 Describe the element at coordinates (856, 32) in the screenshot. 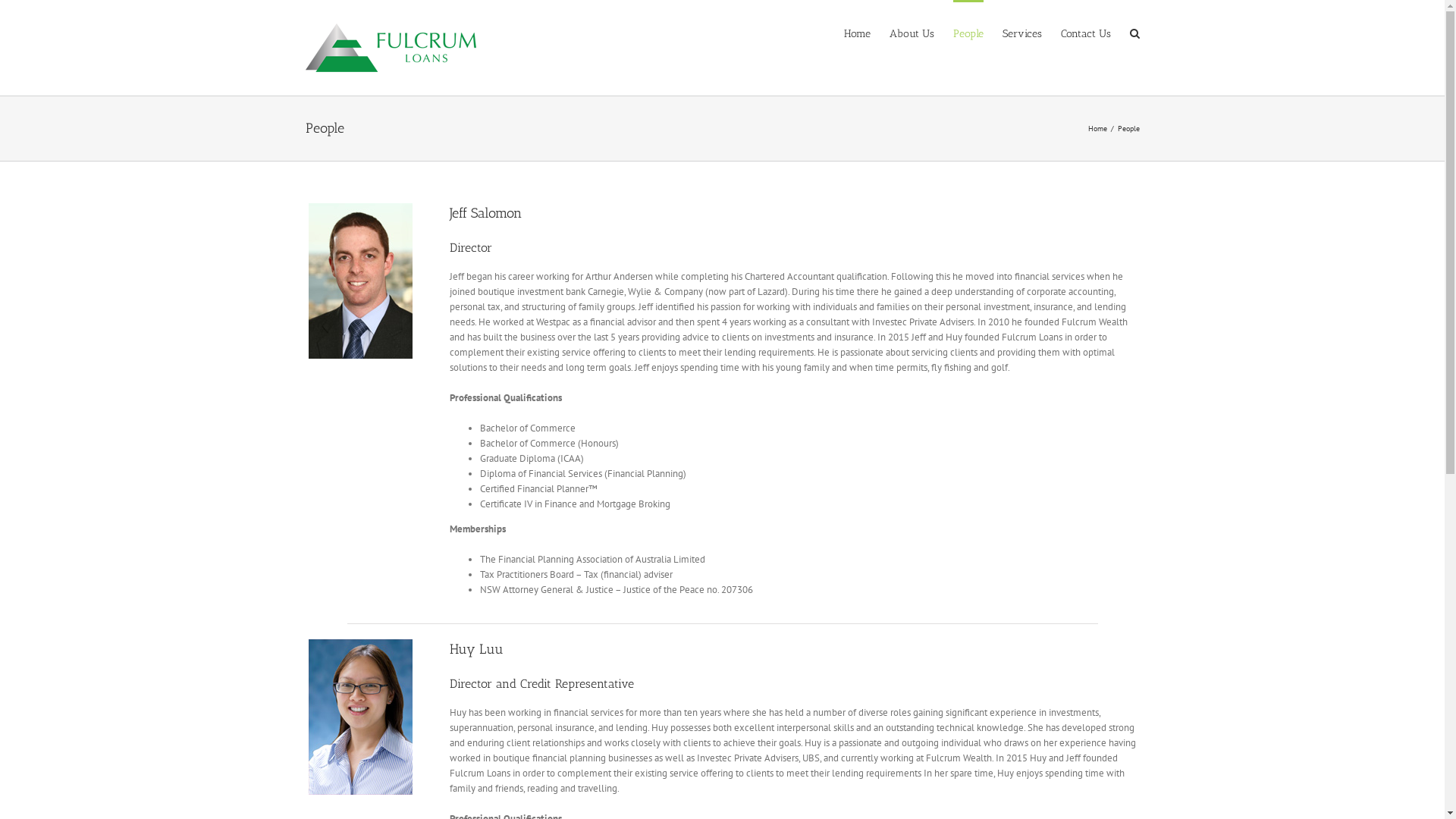

I see `'Home'` at that location.